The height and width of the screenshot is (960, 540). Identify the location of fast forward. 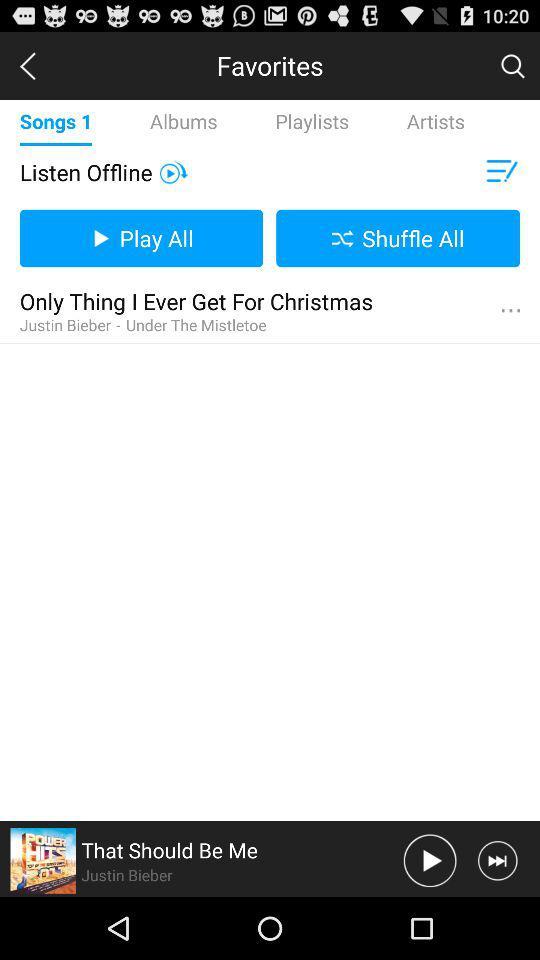
(496, 859).